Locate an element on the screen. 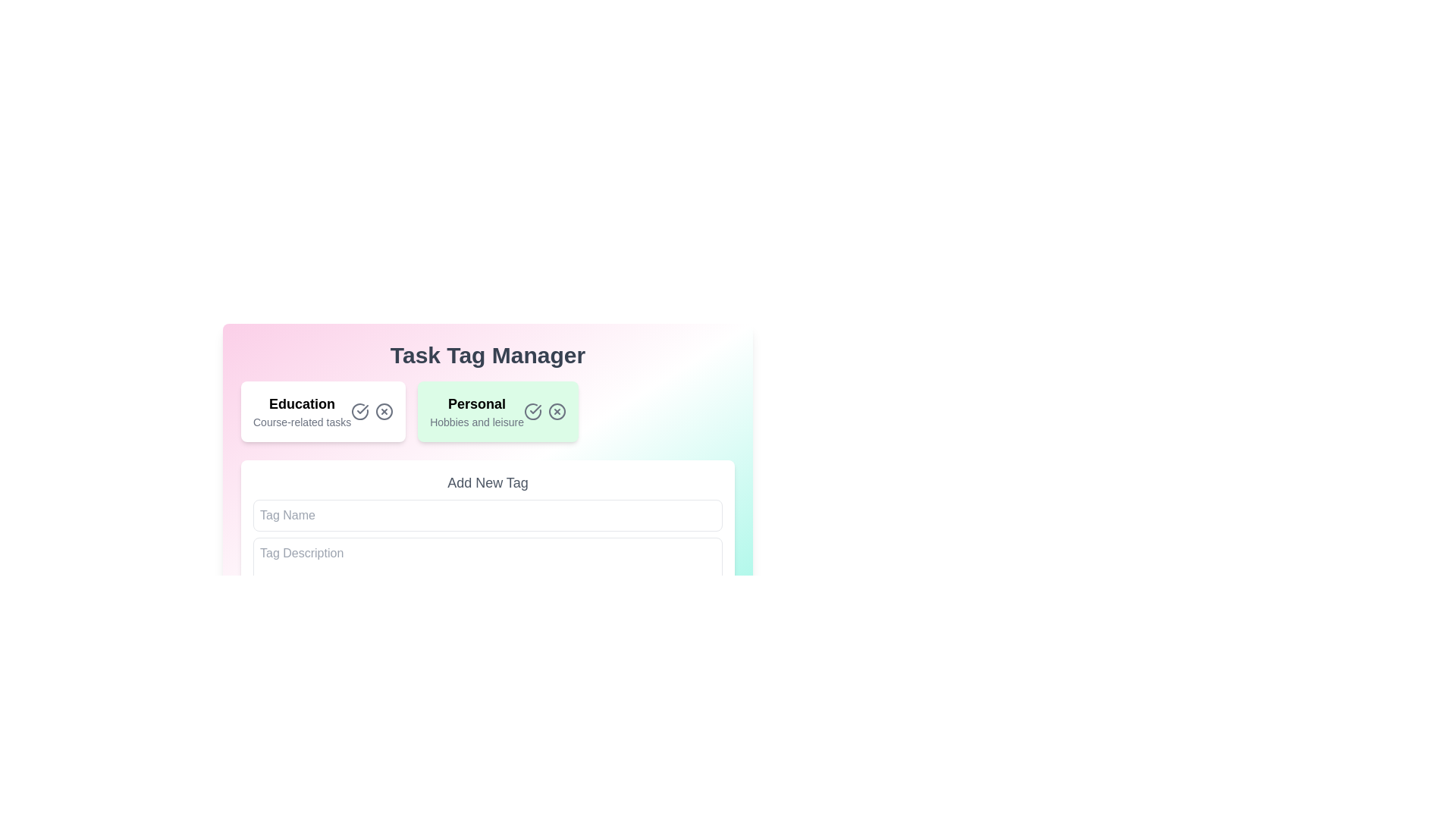  the circular interactive icon with a checkmark inside, located in the 'Personal' section, to mark the section is located at coordinates (532, 412).